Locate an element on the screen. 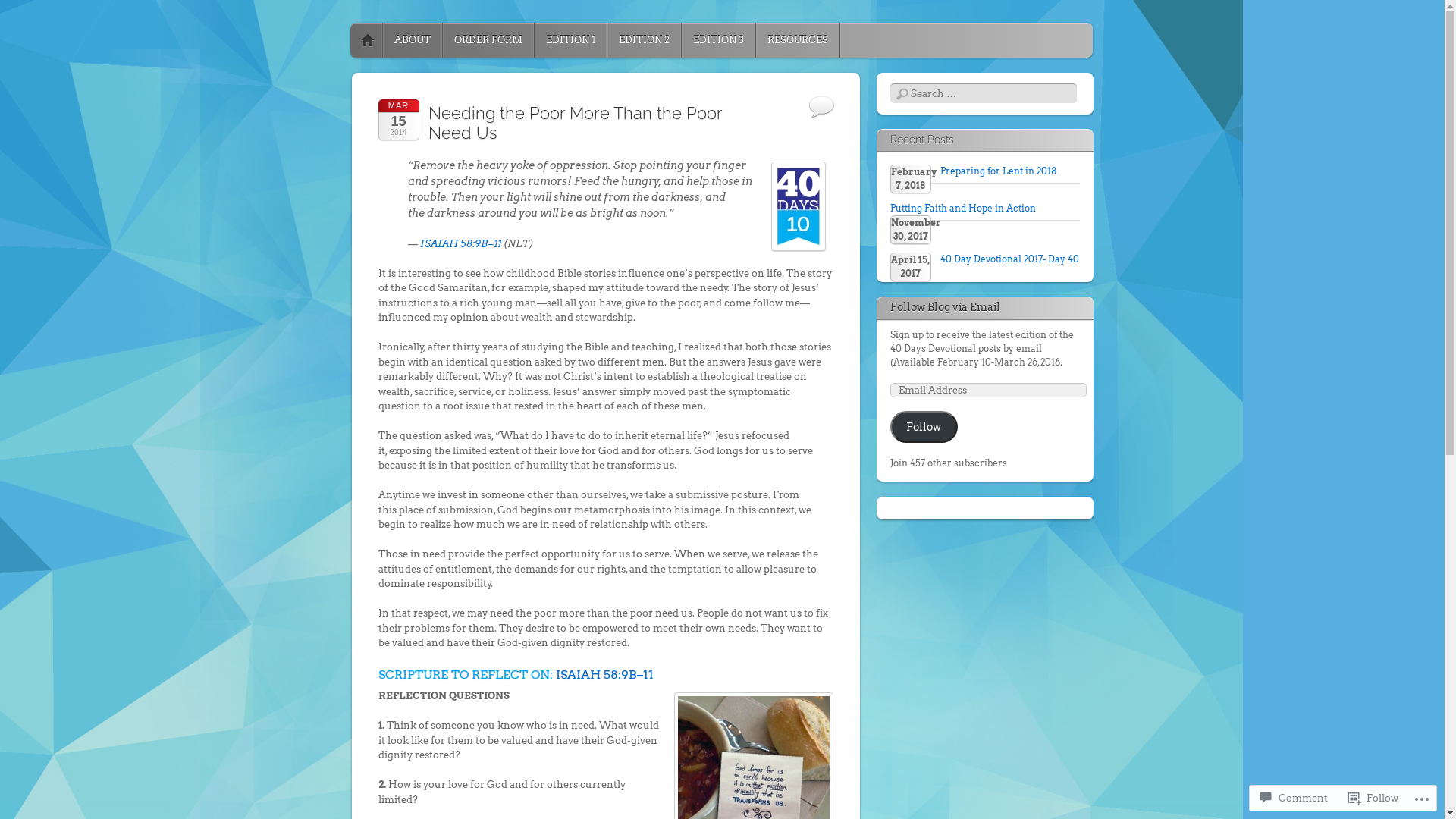  'EDITION 3' is located at coordinates (717, 39).